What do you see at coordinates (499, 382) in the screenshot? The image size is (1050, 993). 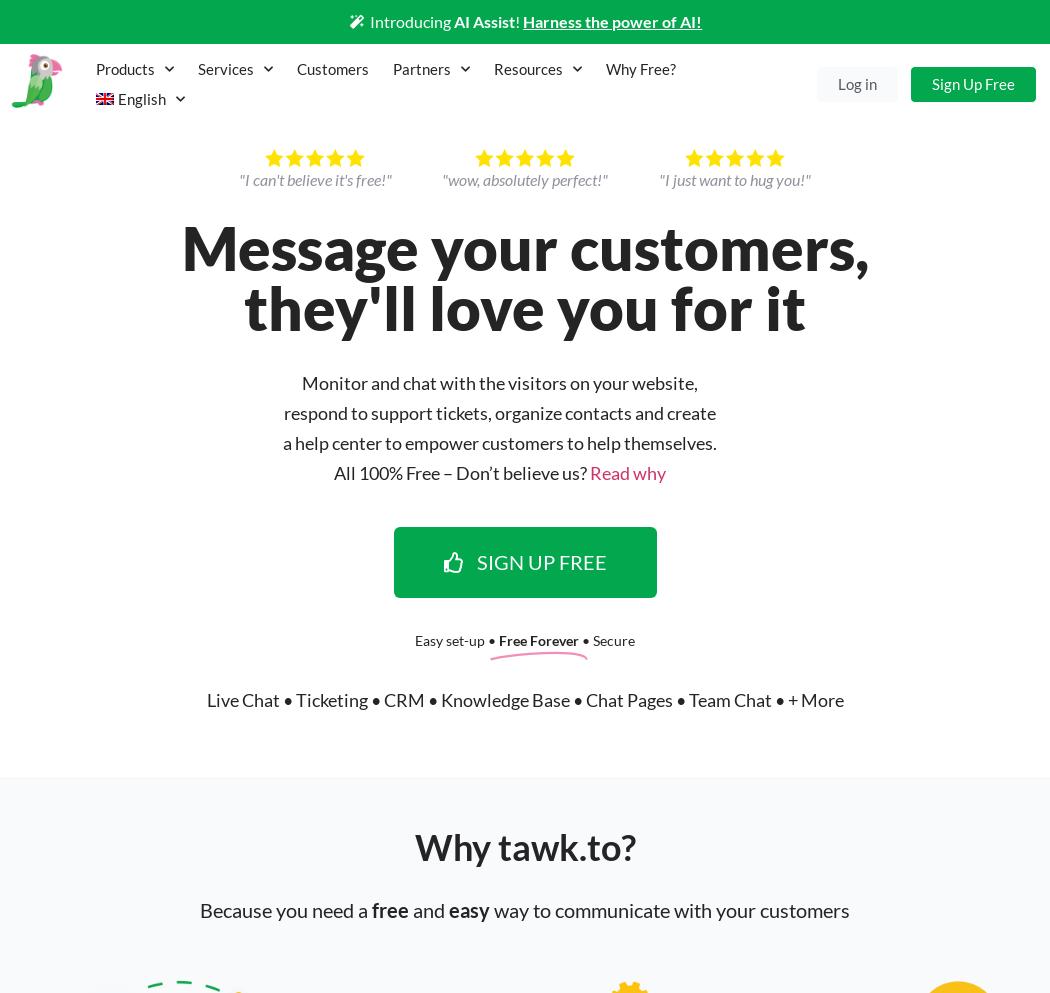 I see `'Monitor and chat with the visitors on your website,'` at bounding box center [499, 382].